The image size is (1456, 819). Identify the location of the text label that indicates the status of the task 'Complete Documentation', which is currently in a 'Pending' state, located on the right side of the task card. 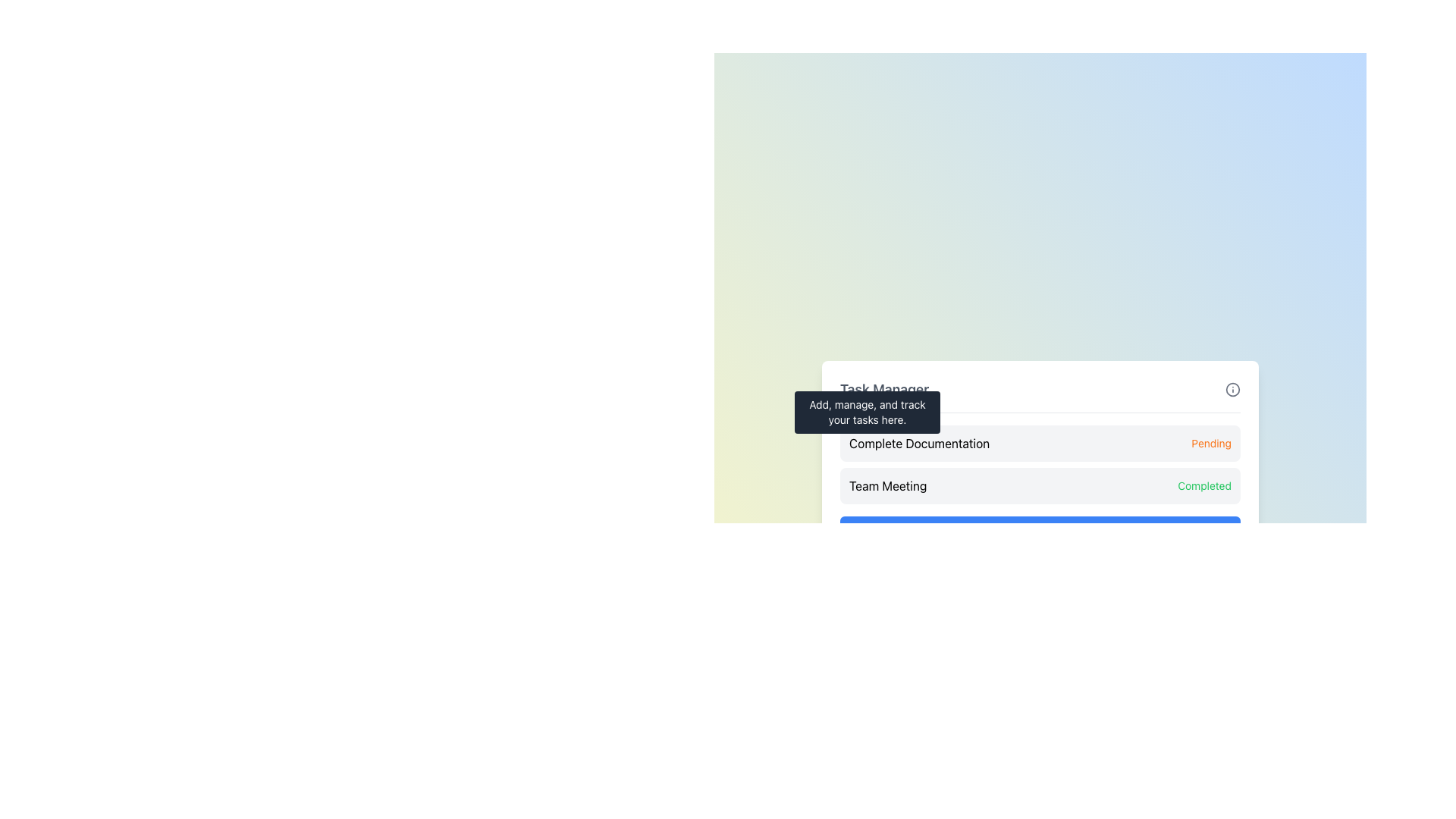
(1210, 443).